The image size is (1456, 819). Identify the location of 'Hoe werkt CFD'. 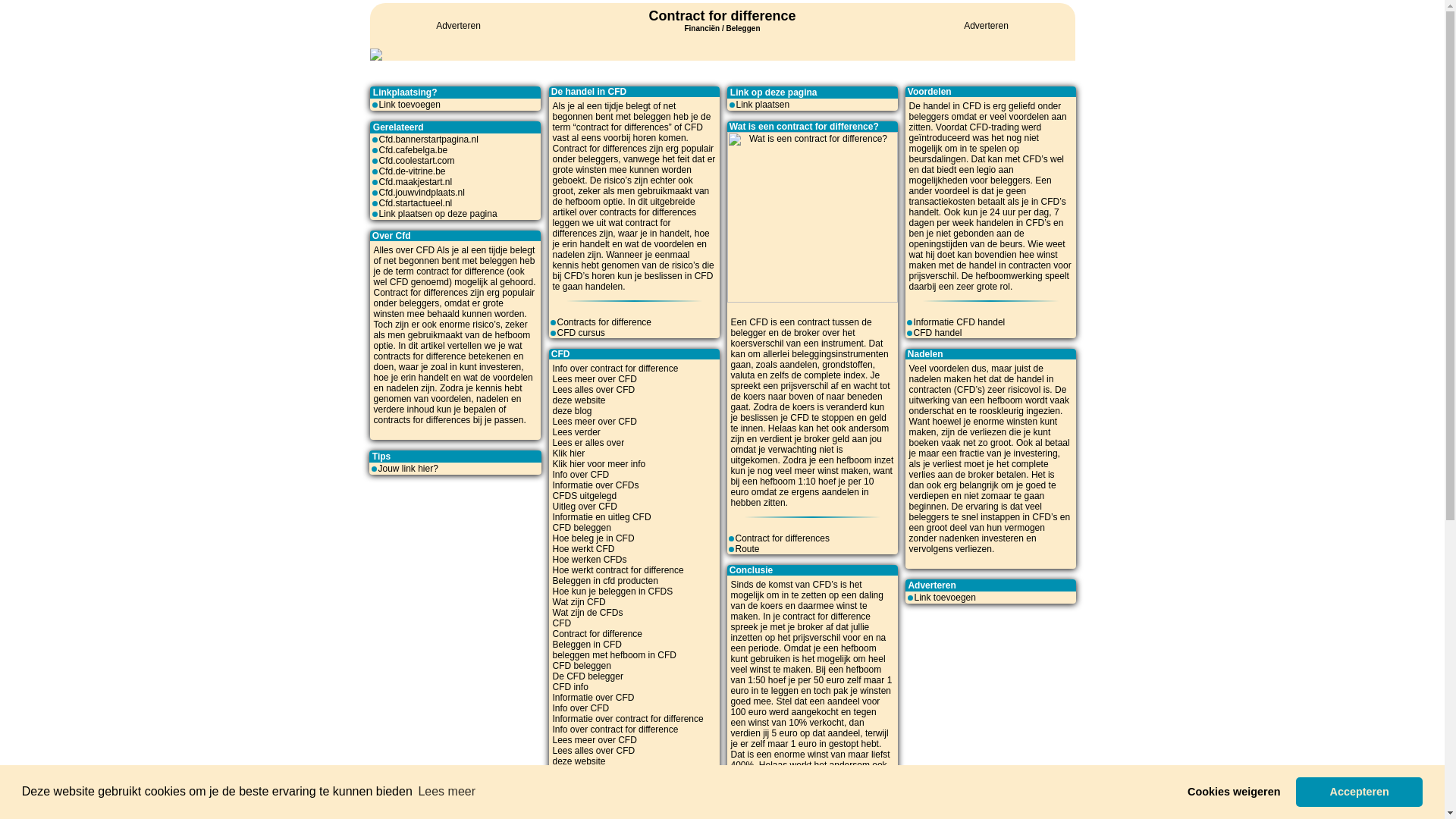
(582, 549).